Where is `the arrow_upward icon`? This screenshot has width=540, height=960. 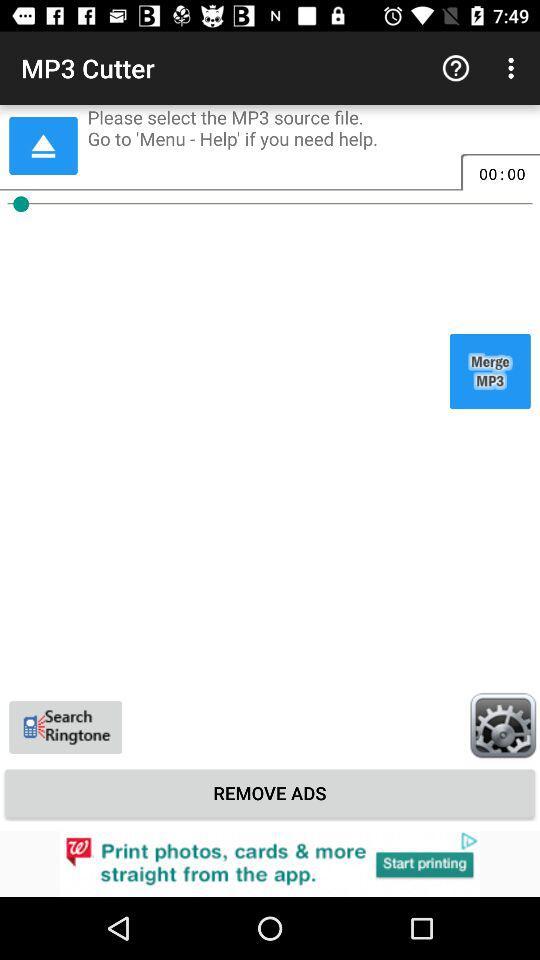
the arrow_upward icon is located at coordinates (43, 144).